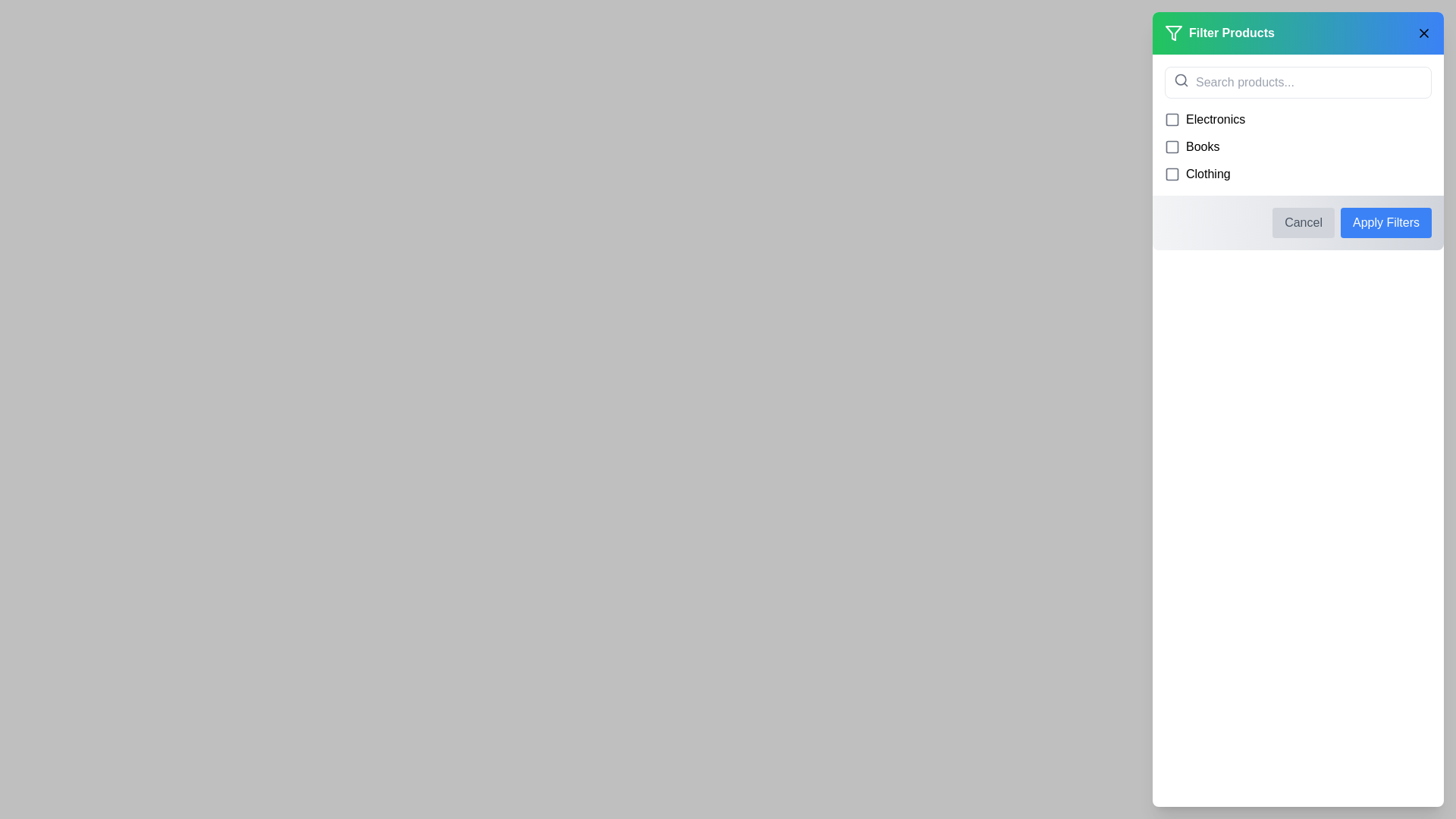 Image resolution: width=1456 pixels, height=819 pixels. Describe the element at coordinates (1173, 33) in the screenshot. I see `the triangular-shaped funnel icon with a green background located in the header of the filter panel, next to the text 'Filter Products.'` at that location.